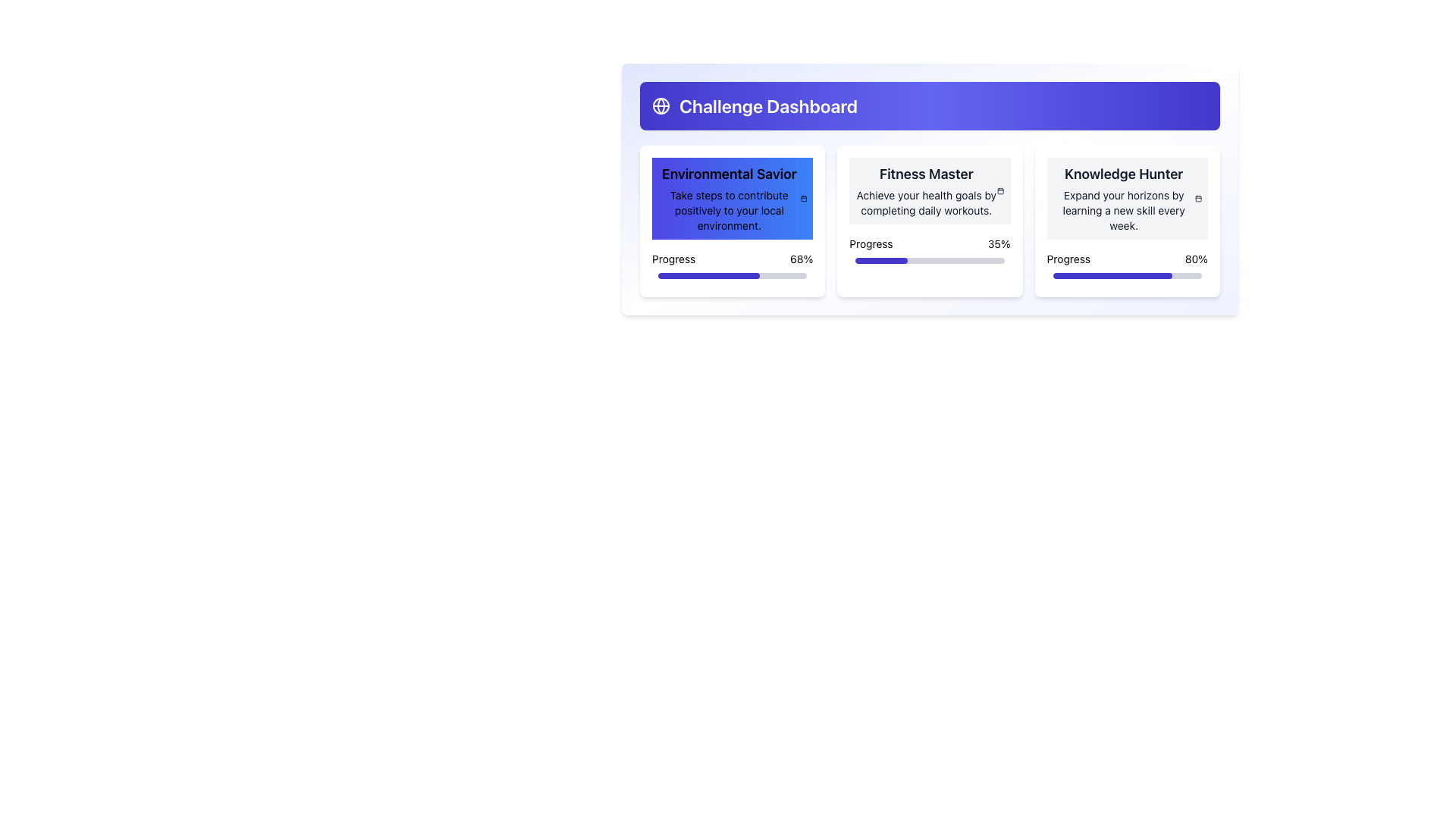  What do you see at coordinates (733, 221) in the screenshot?
I see `title and details of the first card in the grid layout, which serves as a progress tracker for environmental goals` at bounding box center [733, 221].